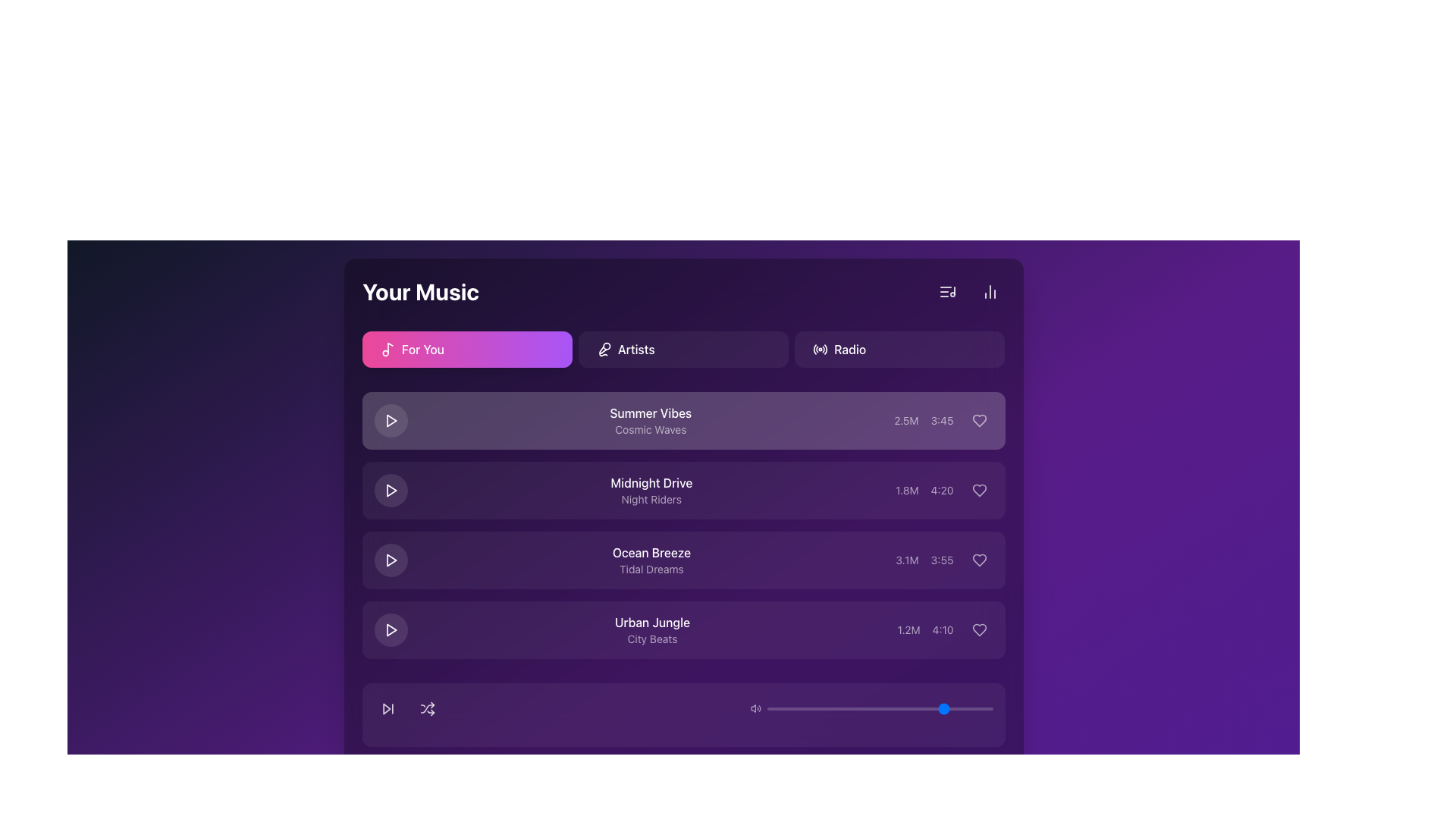 The image size is (1456, 819). I want to click on the circular button displaying a forward-skip icon, so click(388, 708).